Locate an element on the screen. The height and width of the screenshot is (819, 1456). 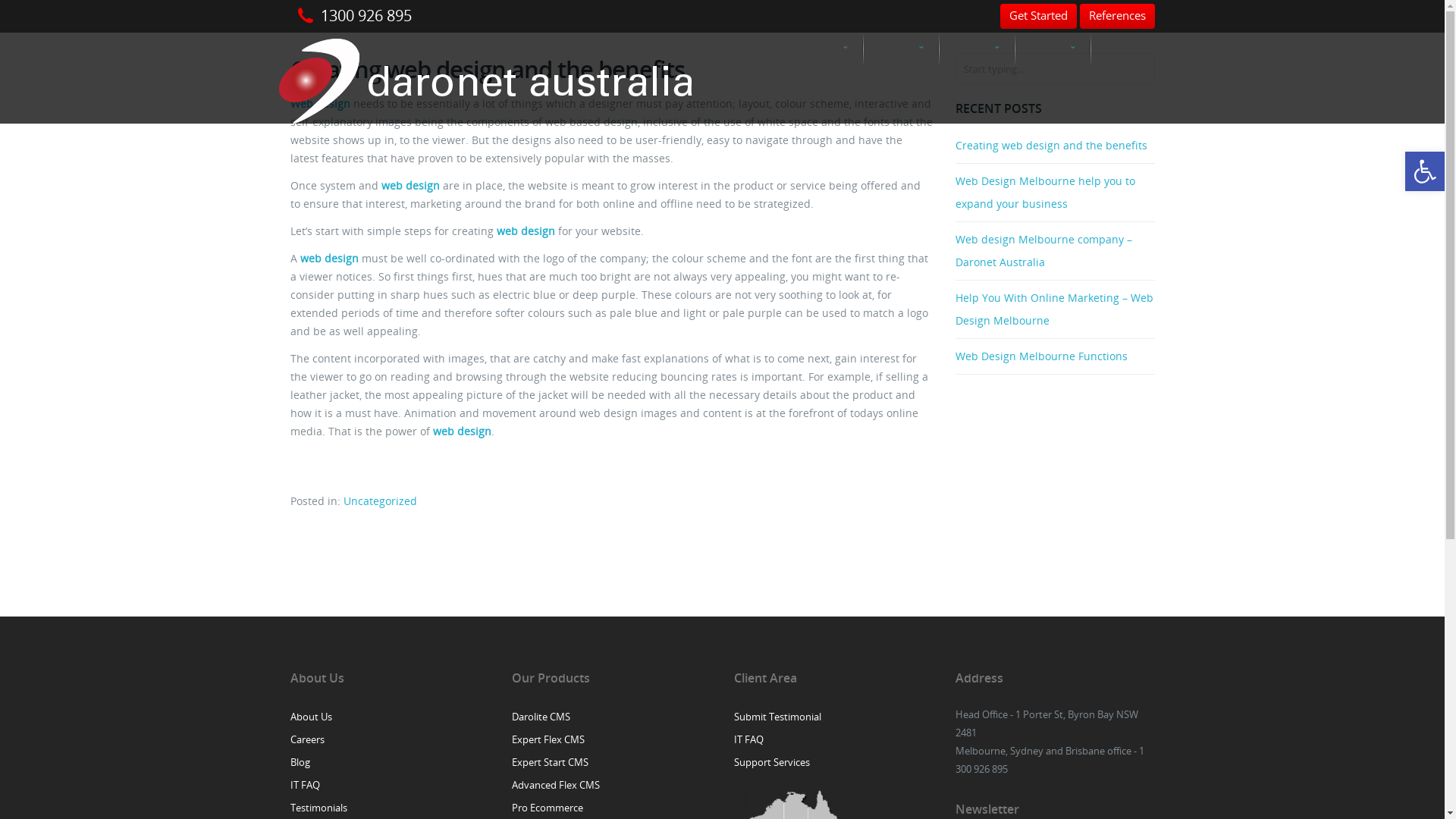
'Testimonials' is located at coordinates (317, 806).